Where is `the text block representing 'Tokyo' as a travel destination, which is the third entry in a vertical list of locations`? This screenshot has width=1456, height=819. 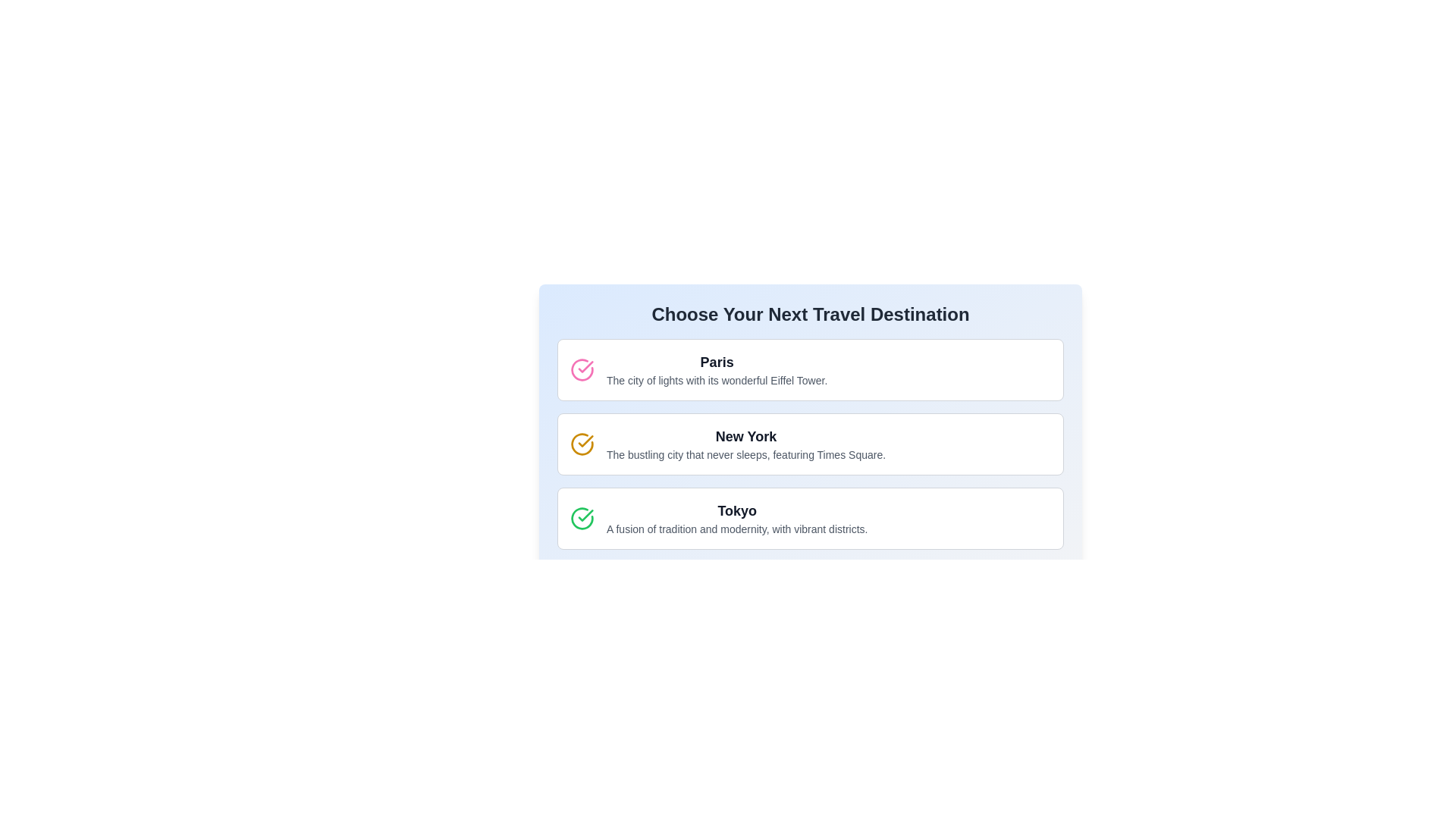
the text block representing 'Tokyo' as a travel destination, which is the third entry in a vertical list of locations is located at coordinates (737, 517).